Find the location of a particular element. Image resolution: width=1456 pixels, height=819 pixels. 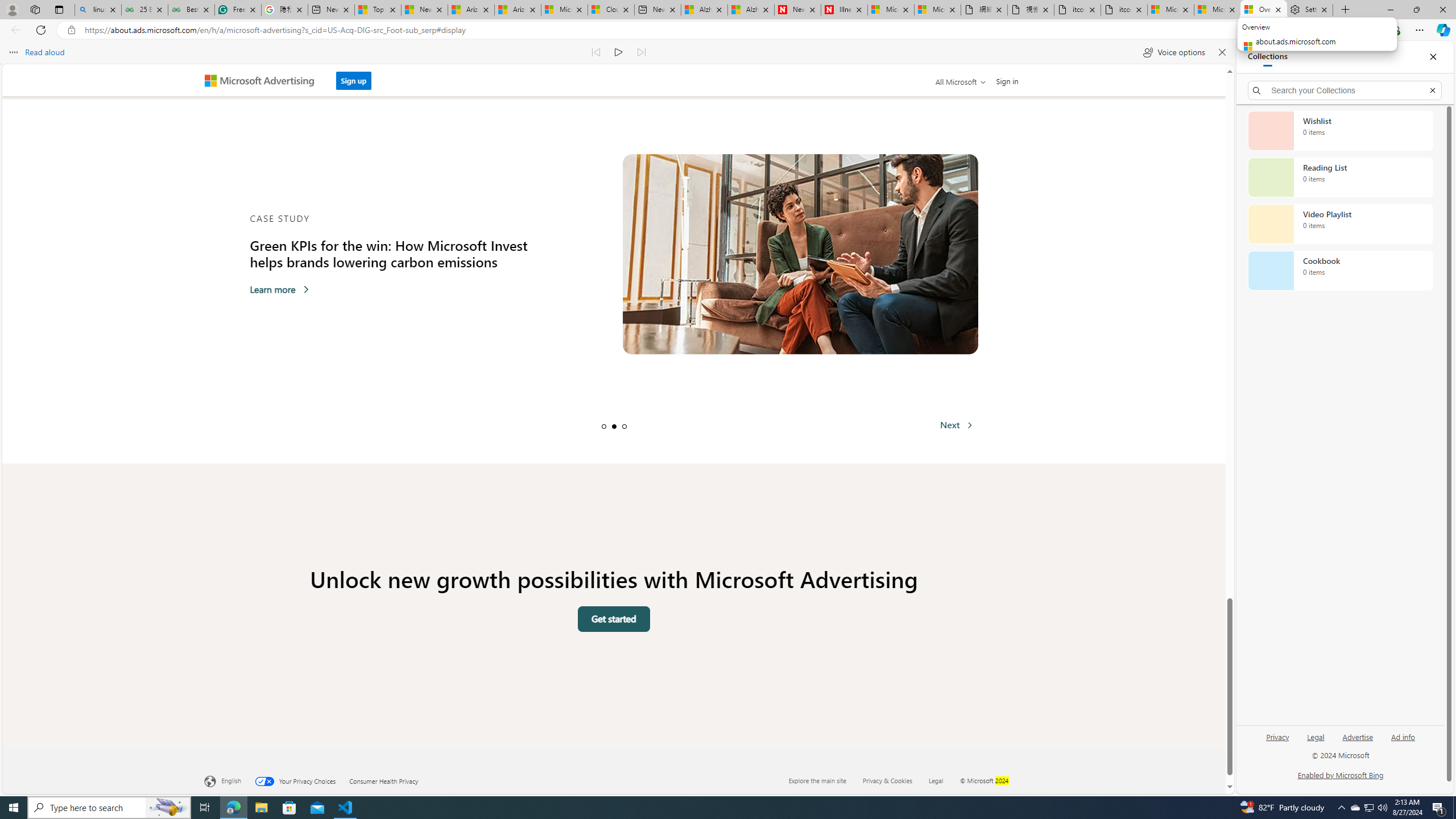

'Top Stories - MSN' is located at coordinates (378, 9).